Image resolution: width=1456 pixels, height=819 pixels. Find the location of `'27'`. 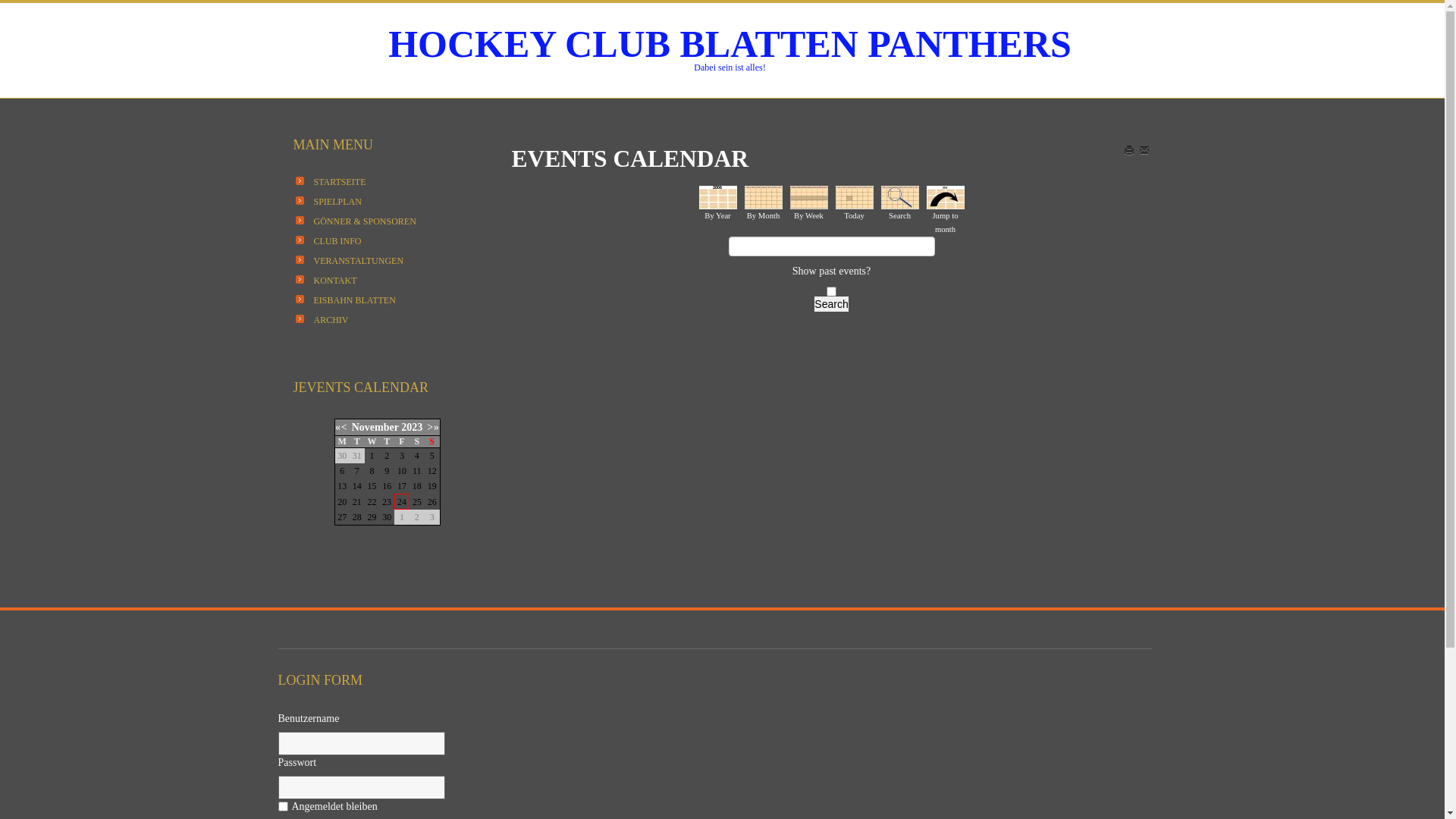

'27' is located at coordinates (337, 516).